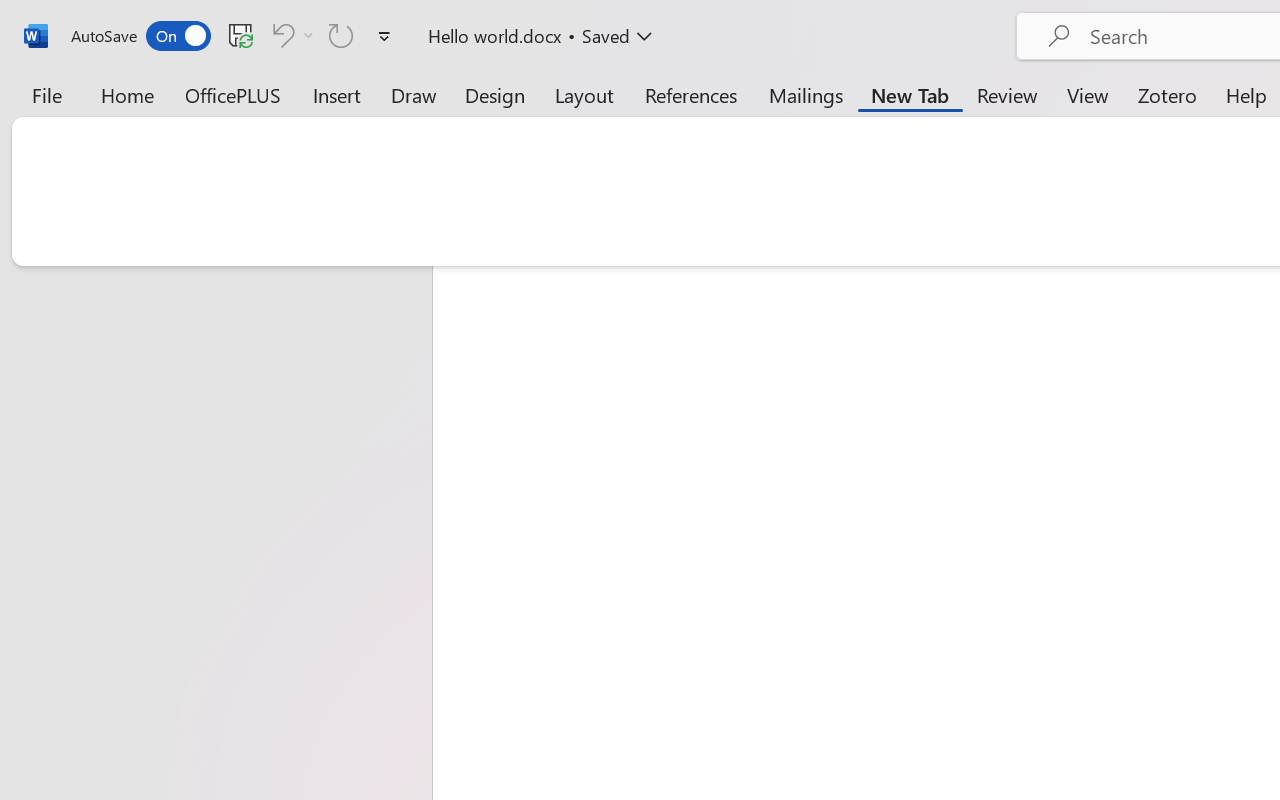 This screenshot has width=1280, height=800. I want to click on 'Can', so click(279, 34).